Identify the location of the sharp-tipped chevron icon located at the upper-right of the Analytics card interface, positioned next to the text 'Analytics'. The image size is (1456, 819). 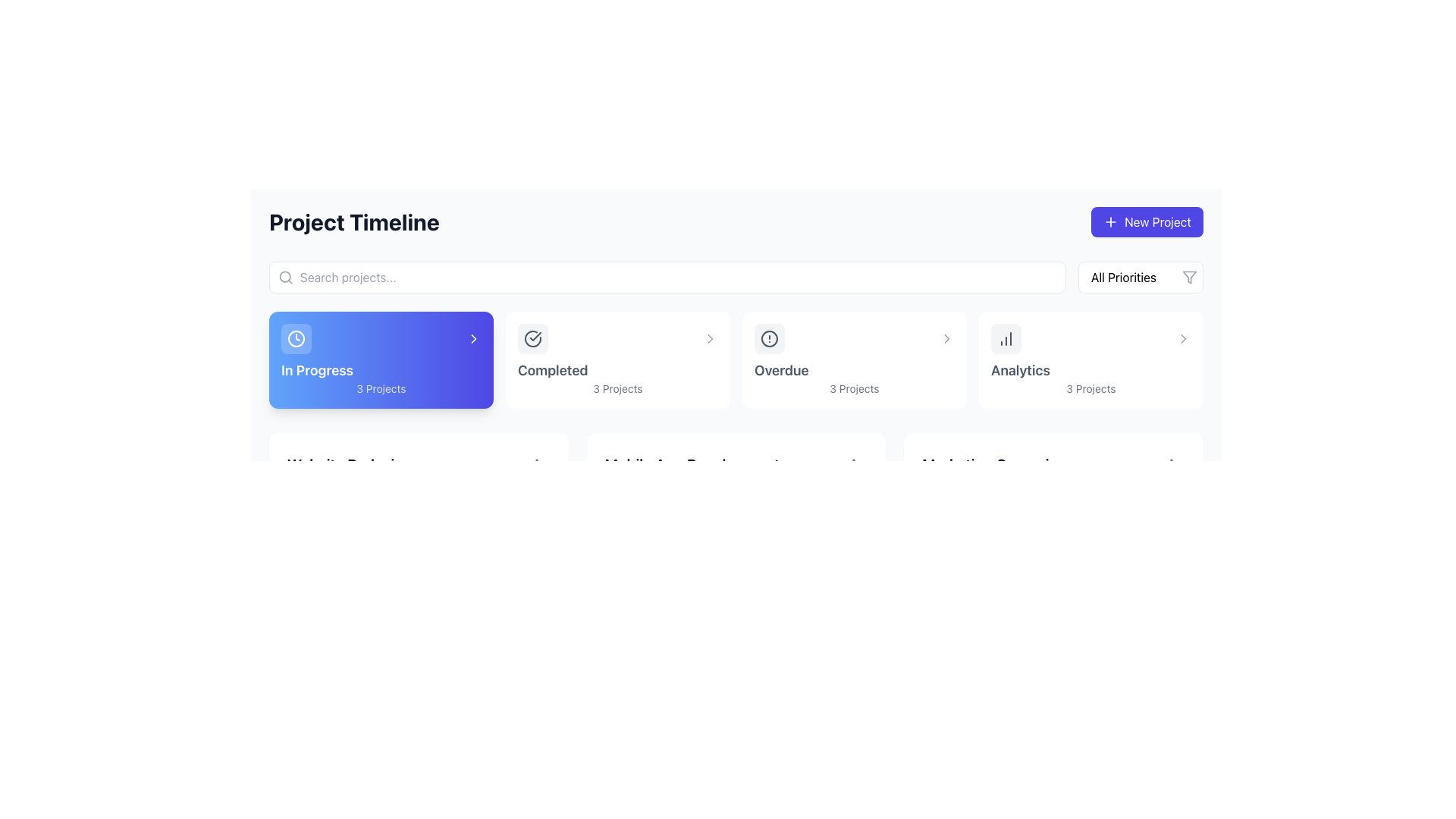
(1182, 338).